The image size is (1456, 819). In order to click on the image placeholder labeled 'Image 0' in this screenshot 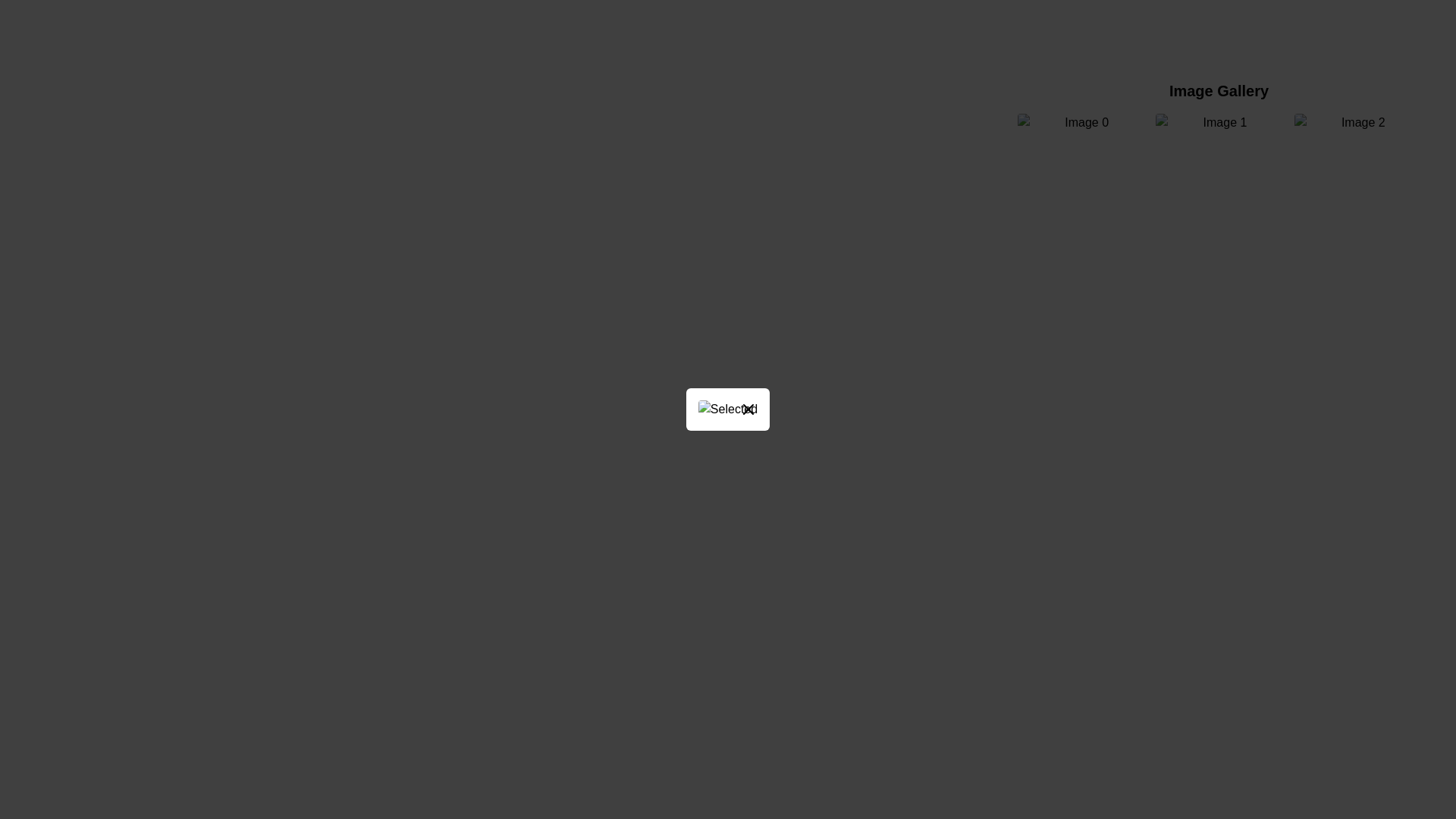, I will do `click(1080, 122)`.